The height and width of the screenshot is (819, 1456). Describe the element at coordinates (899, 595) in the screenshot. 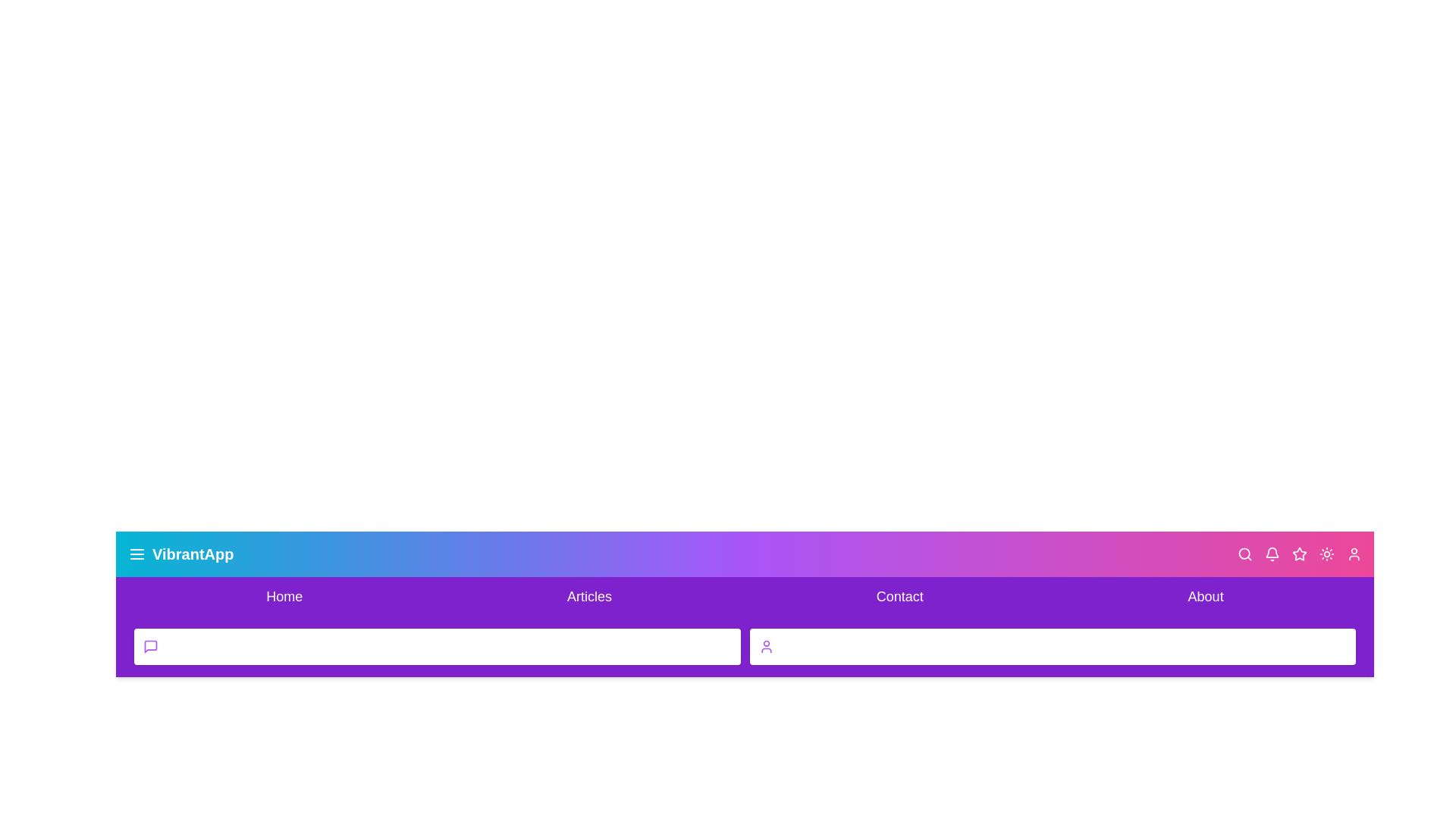

I see `the Contact navigation link to navigate to the respective section` at that location.